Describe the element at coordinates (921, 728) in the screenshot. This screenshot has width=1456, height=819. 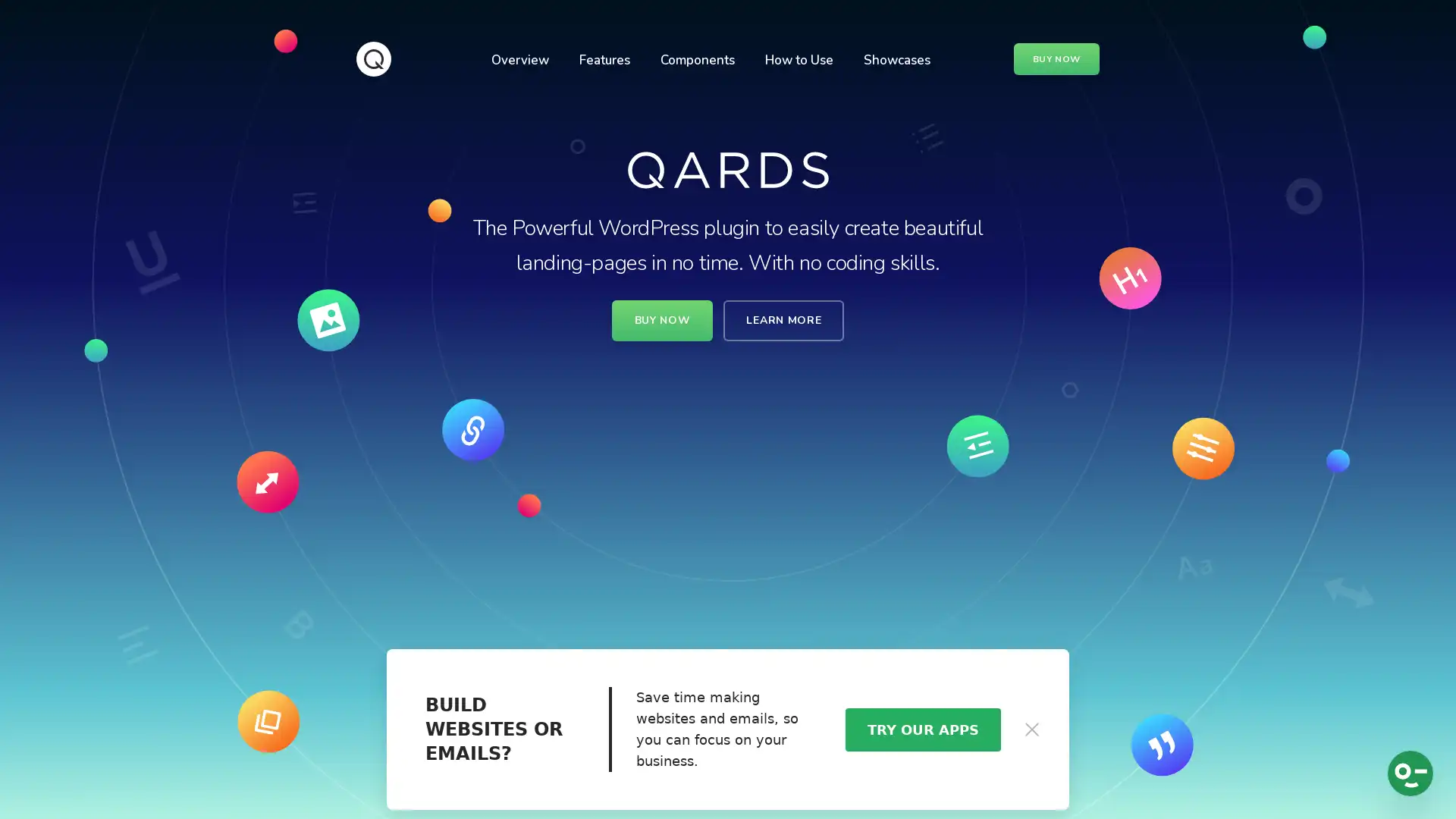
I see `TRY OUR APPS` at that location.